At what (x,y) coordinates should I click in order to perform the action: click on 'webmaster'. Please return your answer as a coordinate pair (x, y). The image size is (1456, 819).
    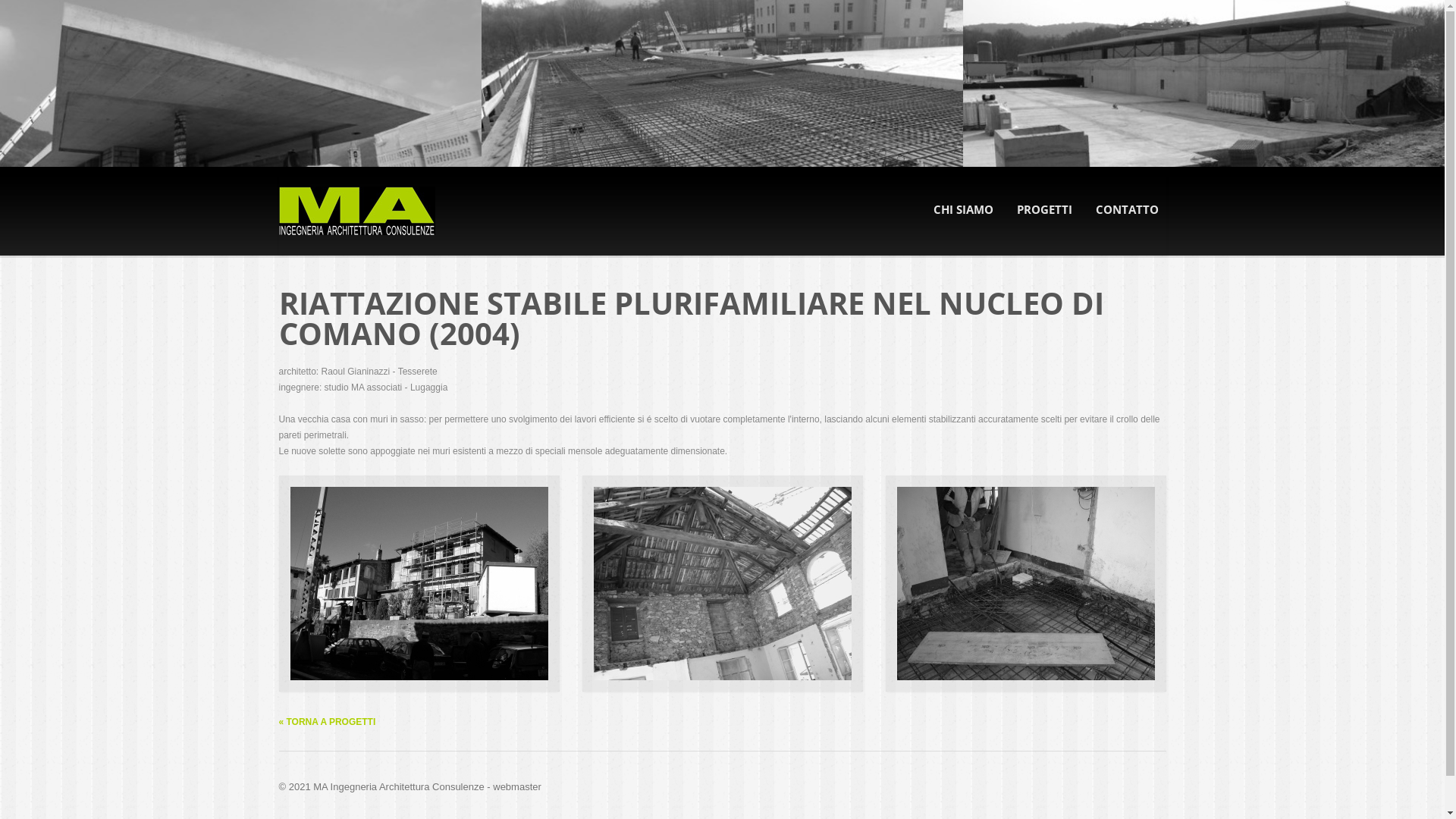
    Looking at the image, I should click on (516, 786).